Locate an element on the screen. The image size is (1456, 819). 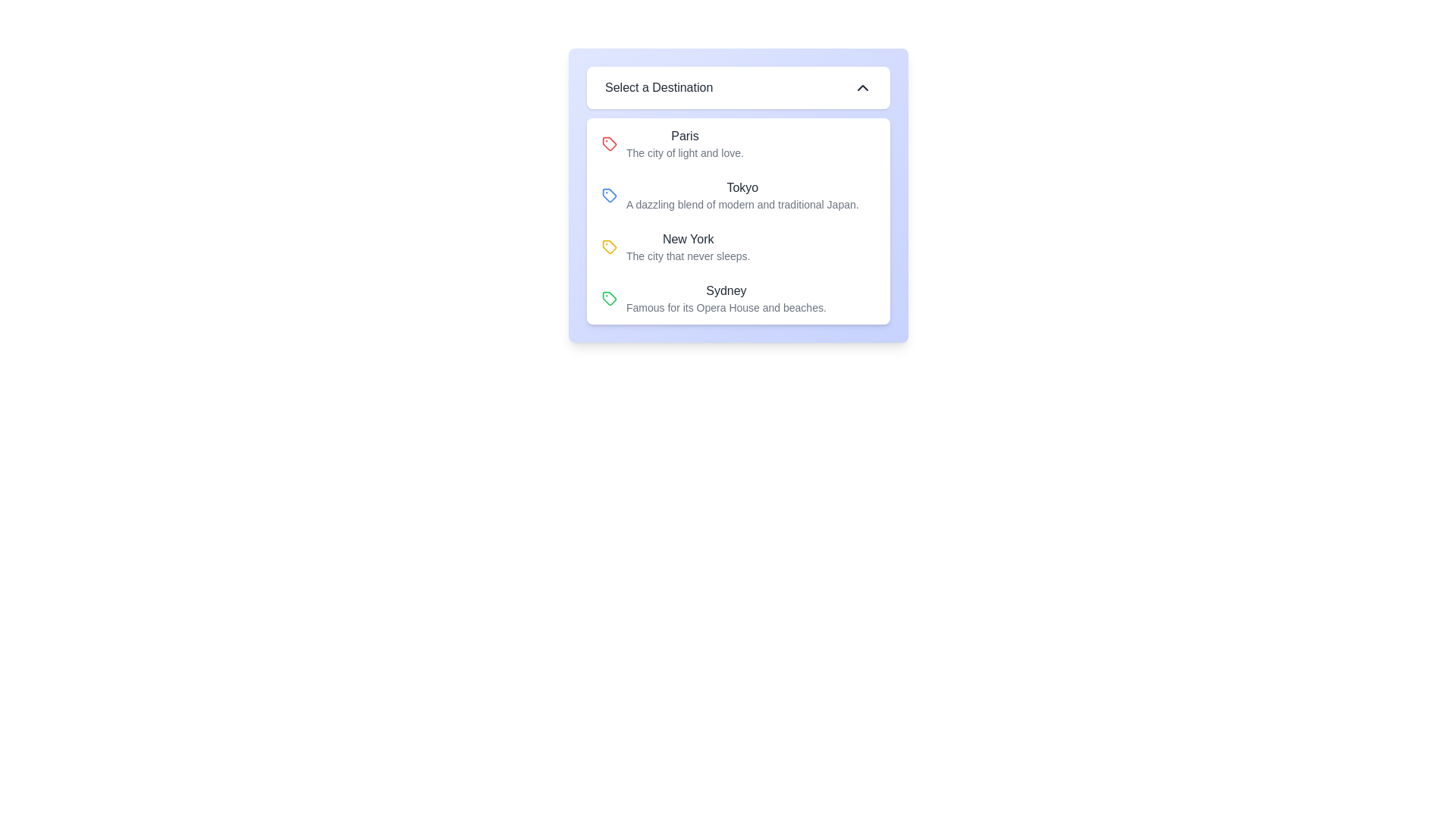
the text label displaying 'Paris' in the dropdown list under 'Select a Destination', which is the first item in the list is located at coordinates (684, 143).